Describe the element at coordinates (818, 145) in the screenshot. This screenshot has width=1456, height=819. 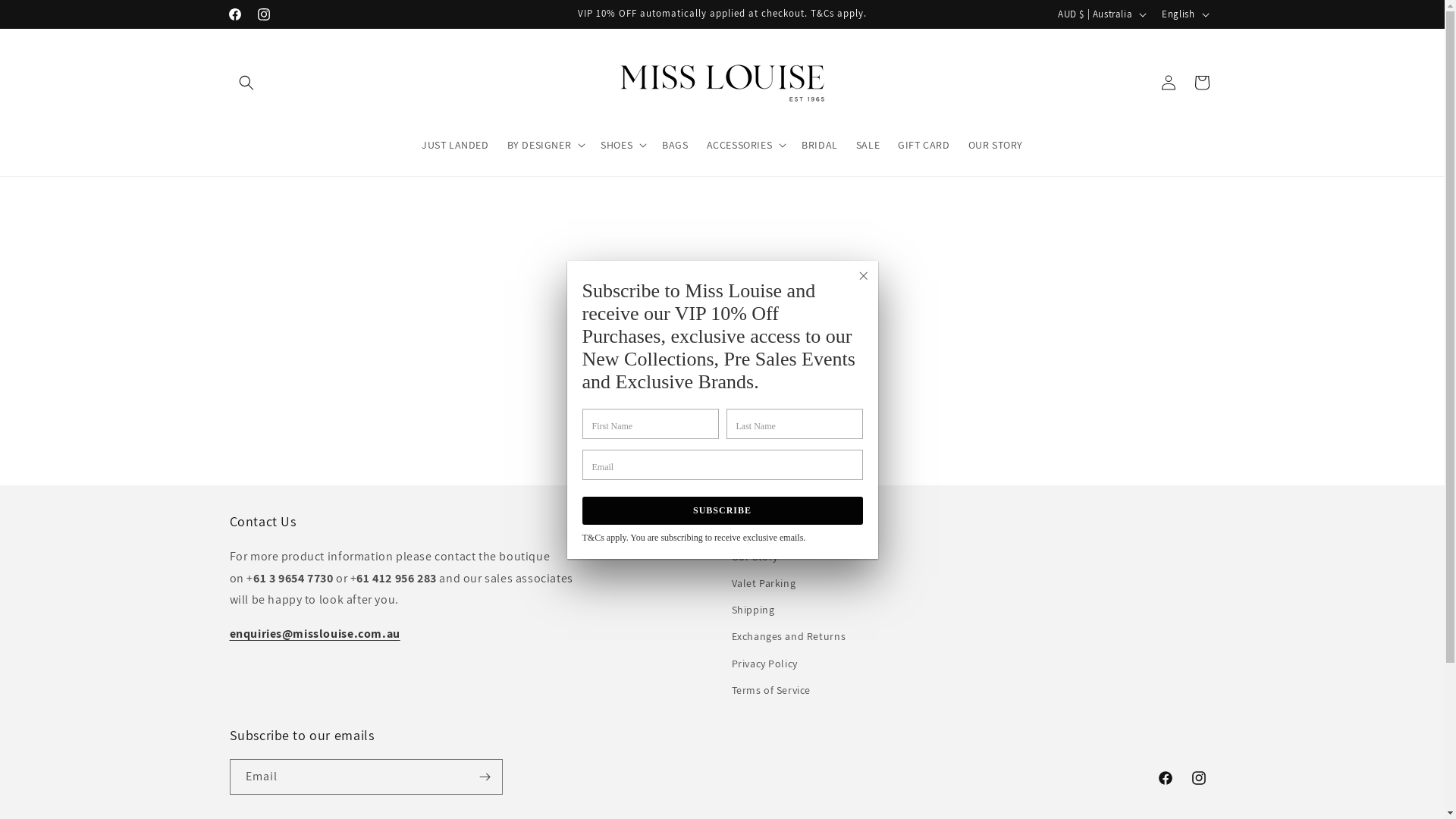
I see `'BRIDAL'` at that location.